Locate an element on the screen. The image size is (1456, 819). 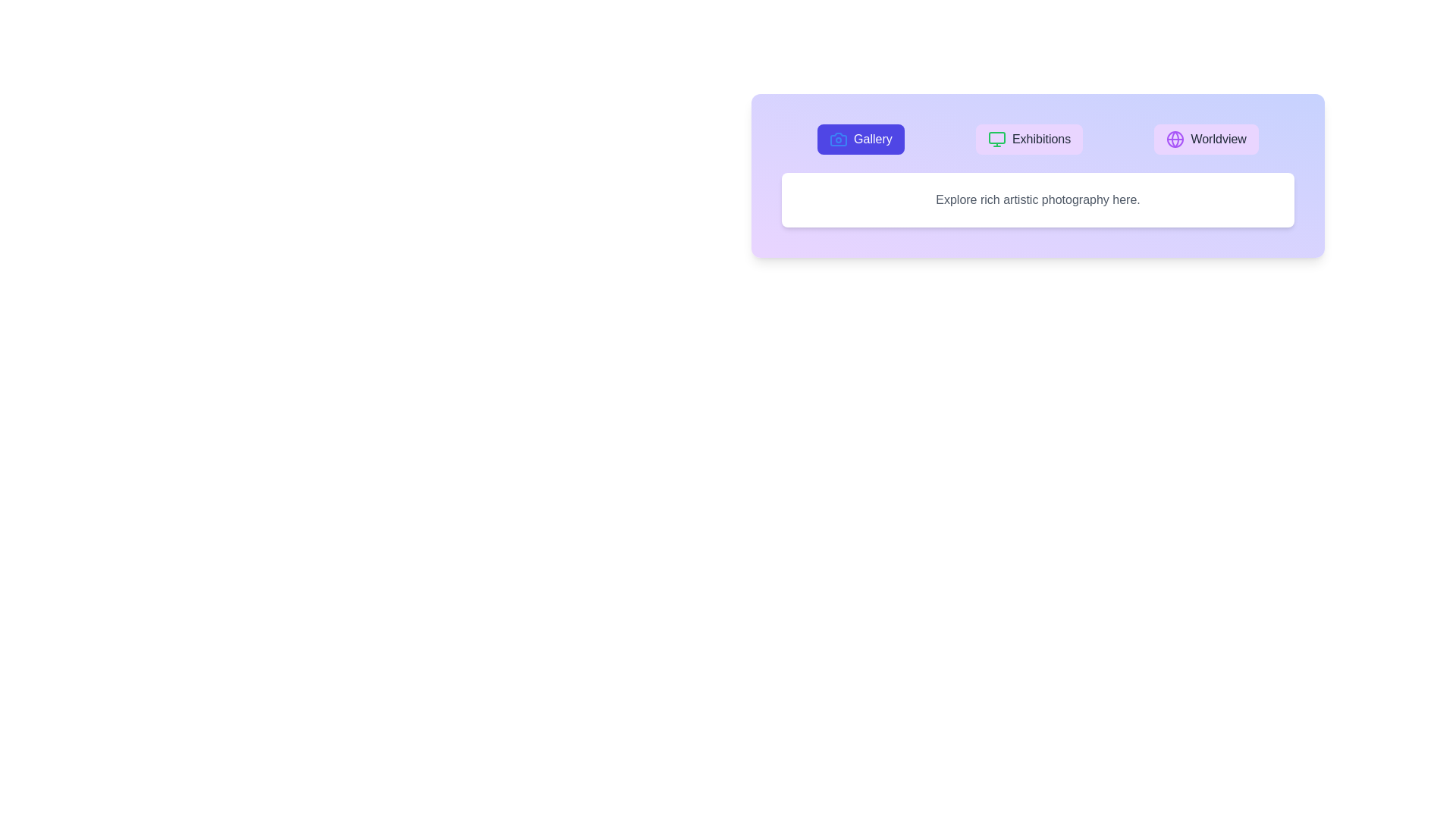
the Worldview tab button to see its hover effect is located at coordinates (1206, 140).